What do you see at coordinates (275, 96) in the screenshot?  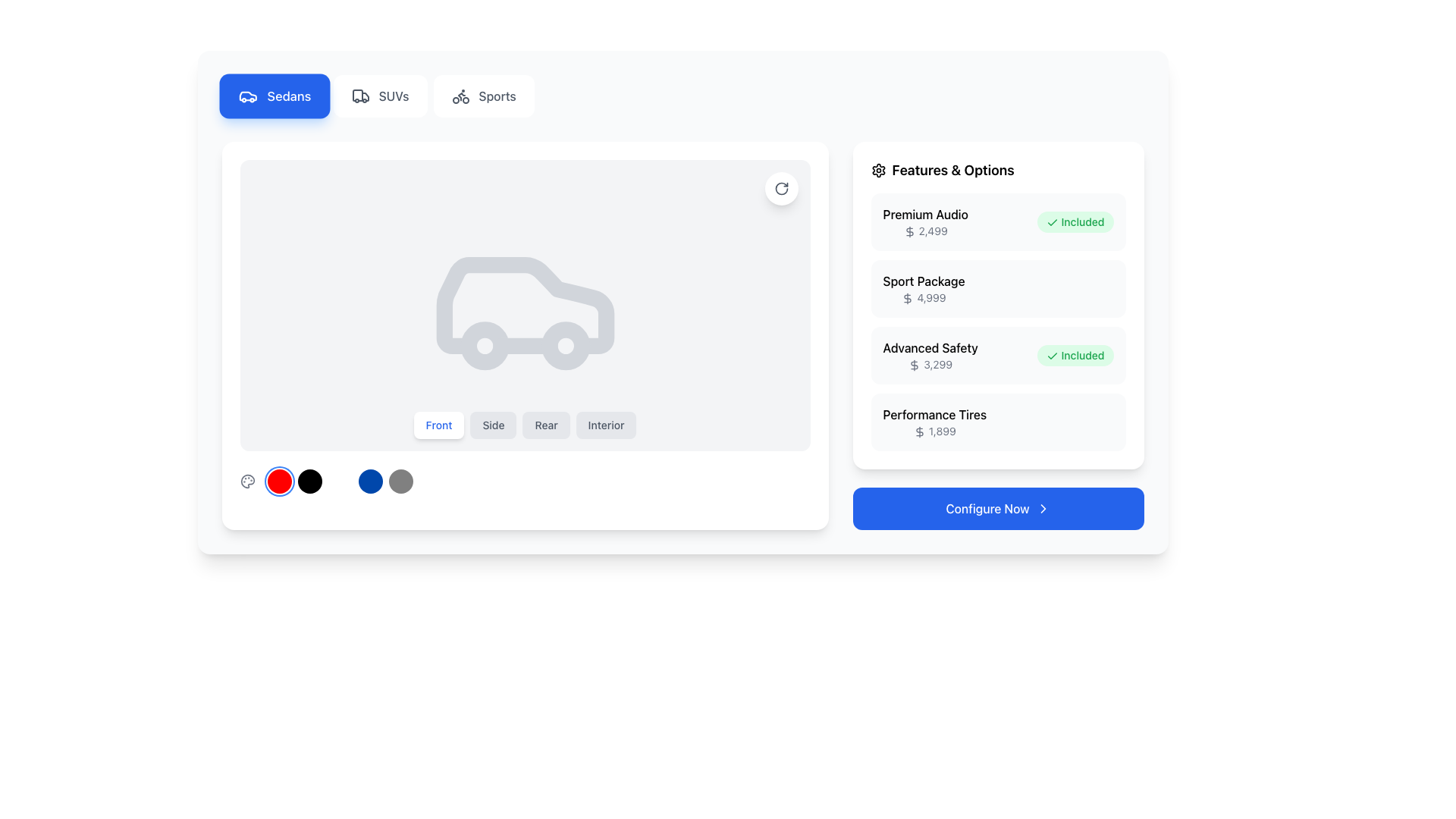 I see `the 'Sedans' navigation button located in the top-left corner of the interface to possibly reveal additional information or effects` at bounding box center [275, 96].